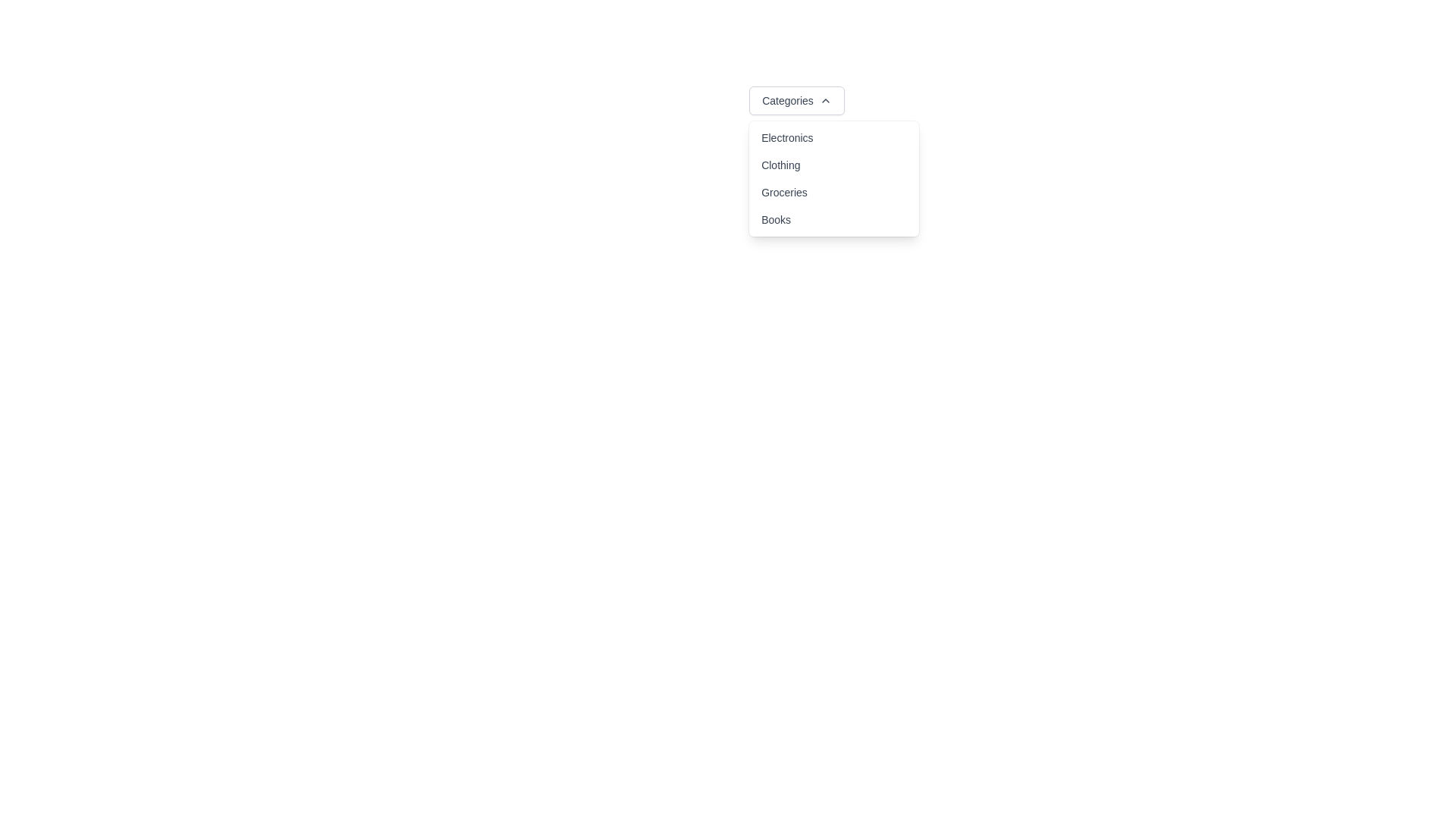 The image size is (1456, 819). I want to click on the 'Groceries' item in the dropdown menu, so click(833, 192).